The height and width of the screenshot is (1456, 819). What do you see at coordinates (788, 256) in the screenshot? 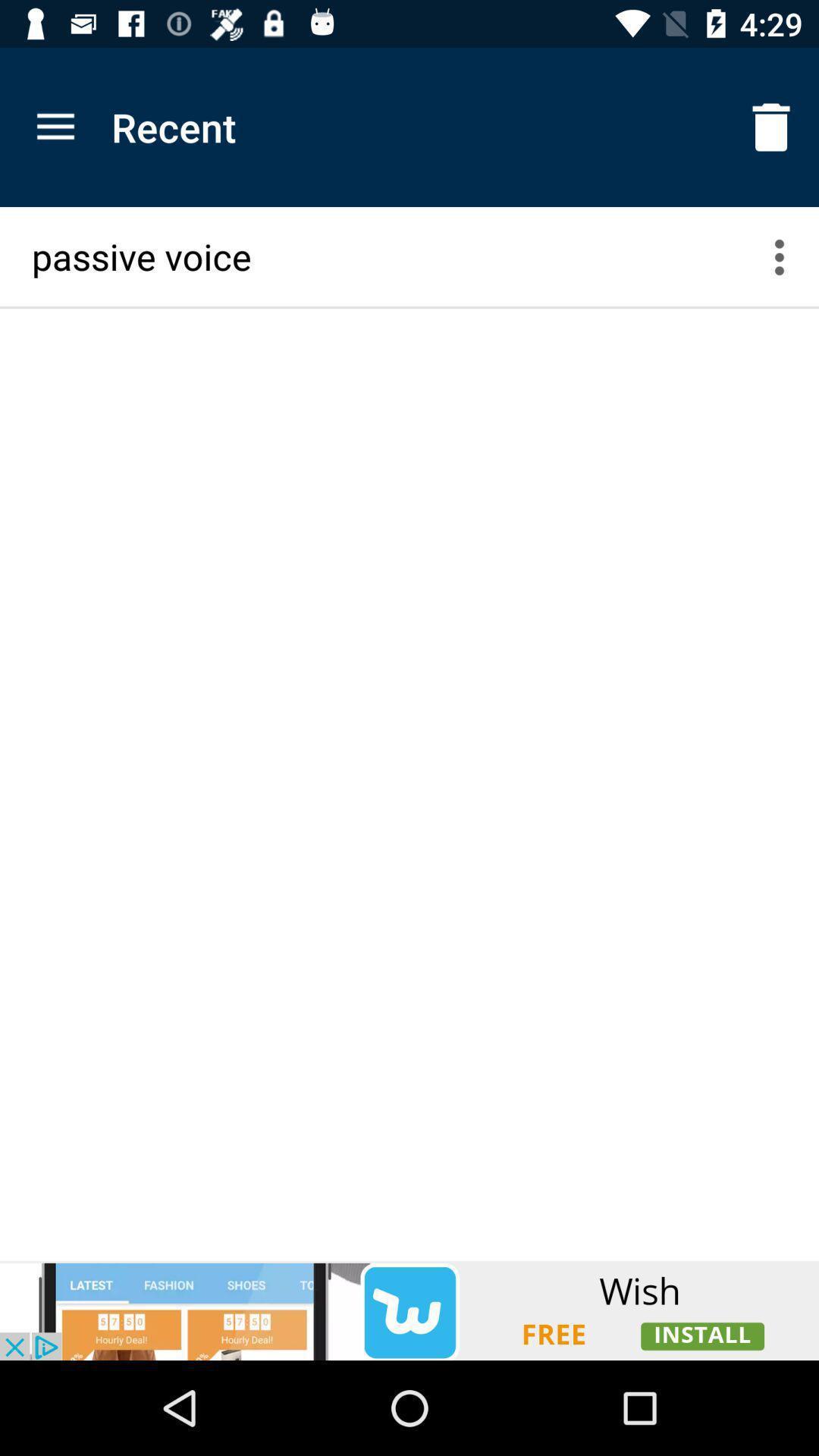
I see `menu` at bounding box center [788, 256].